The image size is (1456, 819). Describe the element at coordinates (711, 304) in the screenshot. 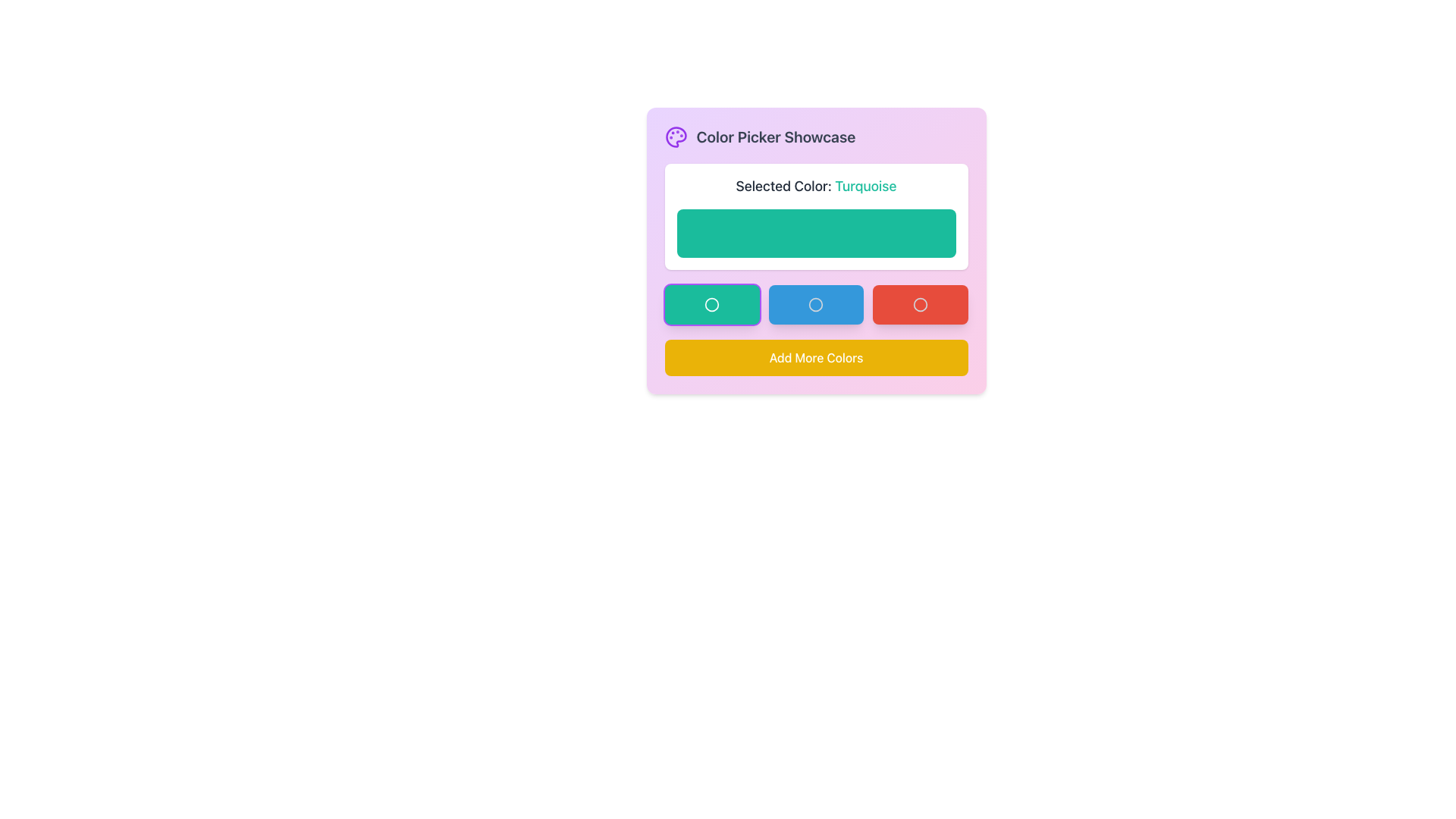

I see `the first icon in the turquoise section of the color picker` at that location.